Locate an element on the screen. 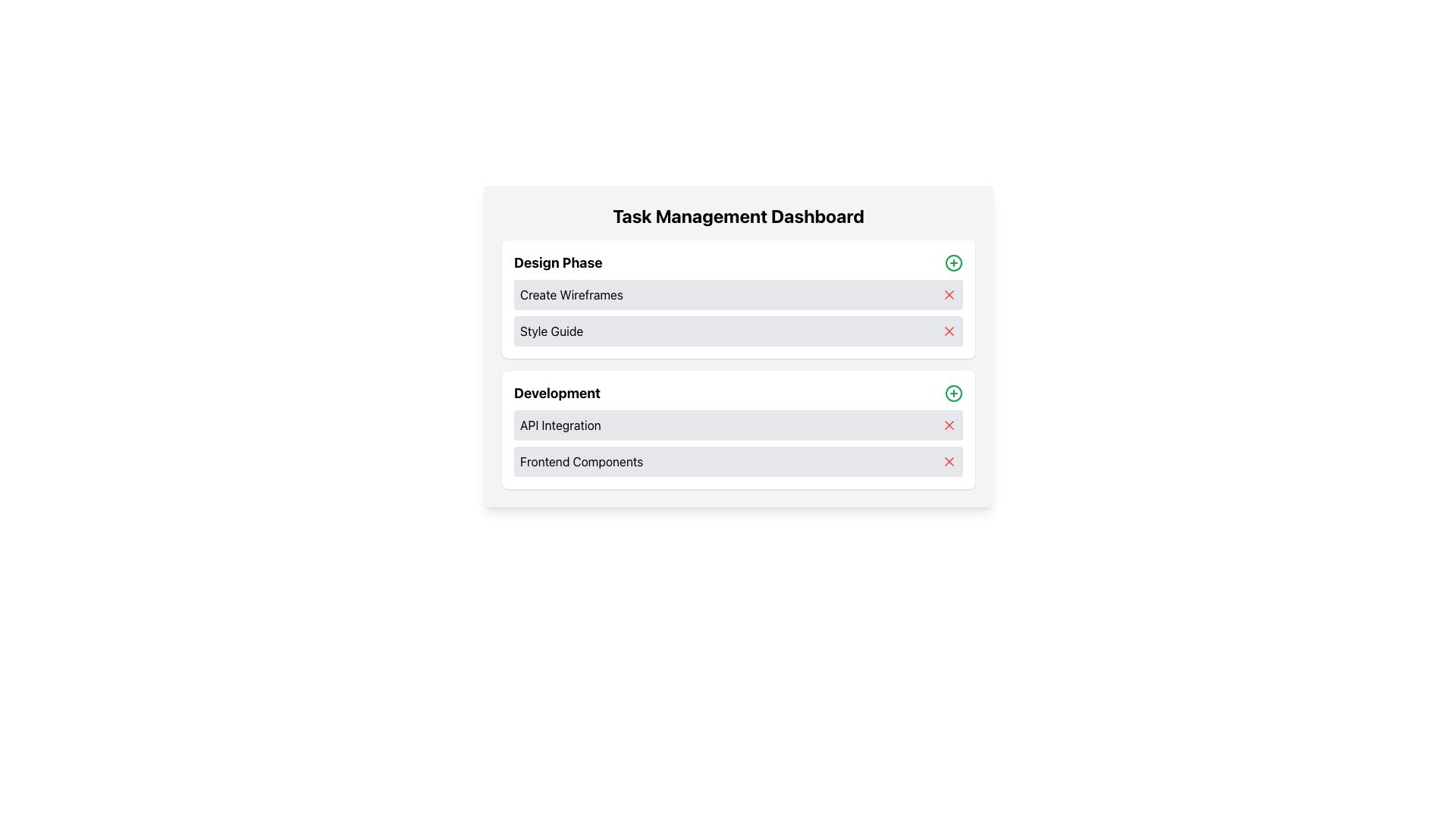 This screenshot has width=1456, height=819. the plus icon button located in the top-right corner of the 'Design Phase' section is located at coordinates (952, 262).